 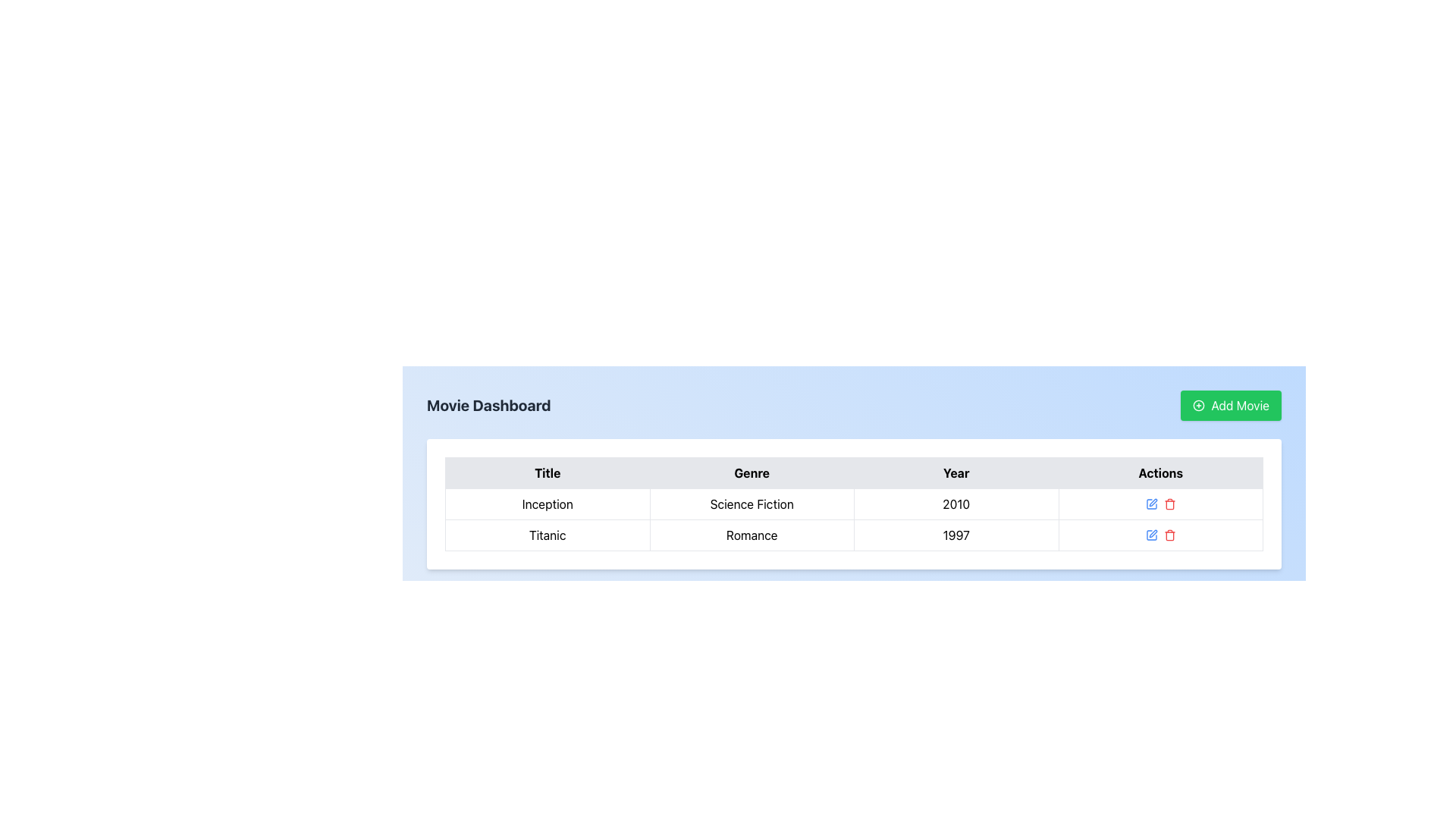 I want to click on the Button Group element in the 'Actions' column for the movie 'Titanic Romance 1997', which contains blue edit and red delete icons, so click(x=1159, y=534).